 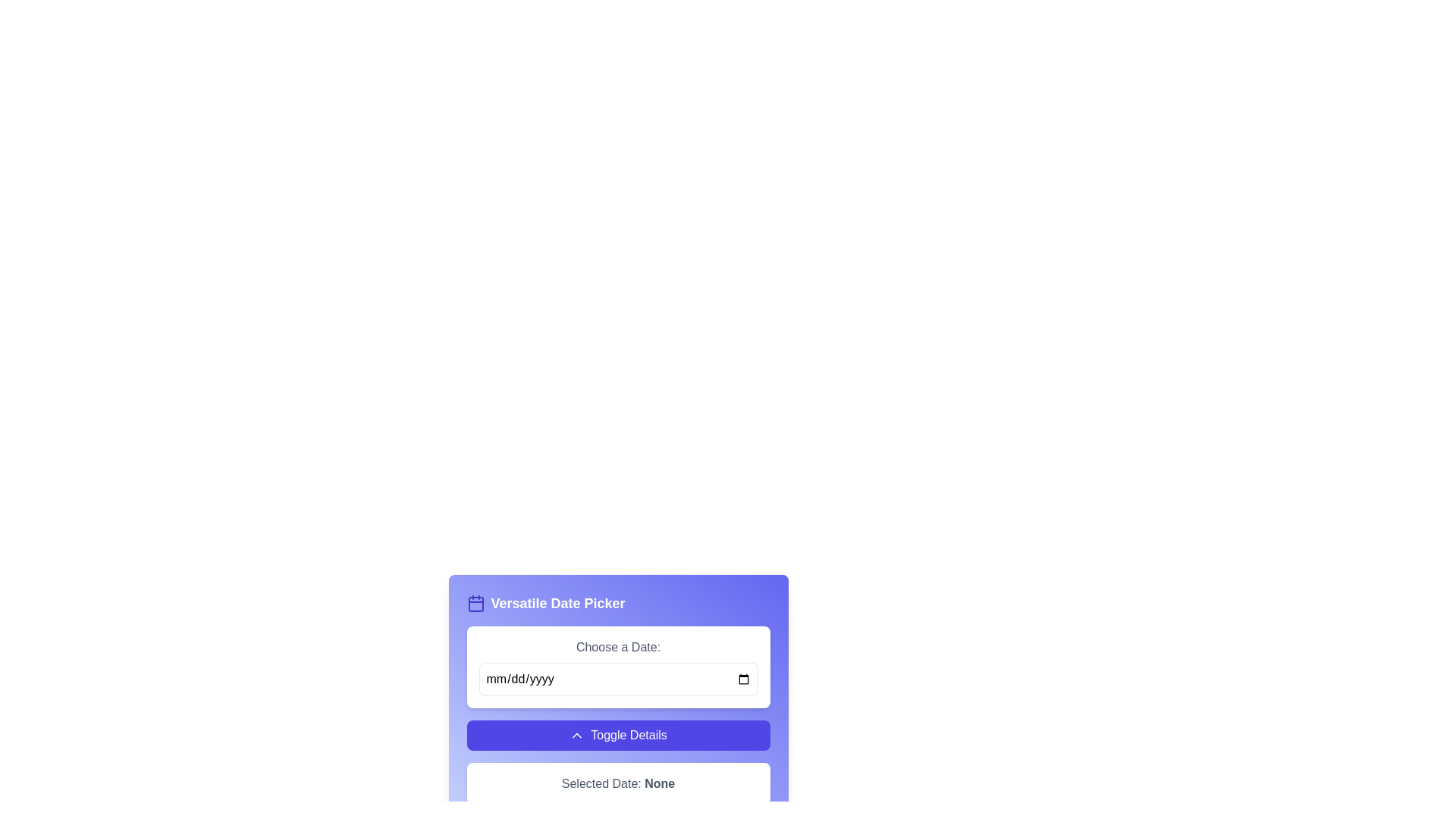 What do you see at coordinates (660, 783) in the screenshot?
I see `text label 'None' which is bold and dark gray, located at the right end of the line 'Selected Date:' under the section labeled 'Toggle Details'` at bounding box center [660, 783].